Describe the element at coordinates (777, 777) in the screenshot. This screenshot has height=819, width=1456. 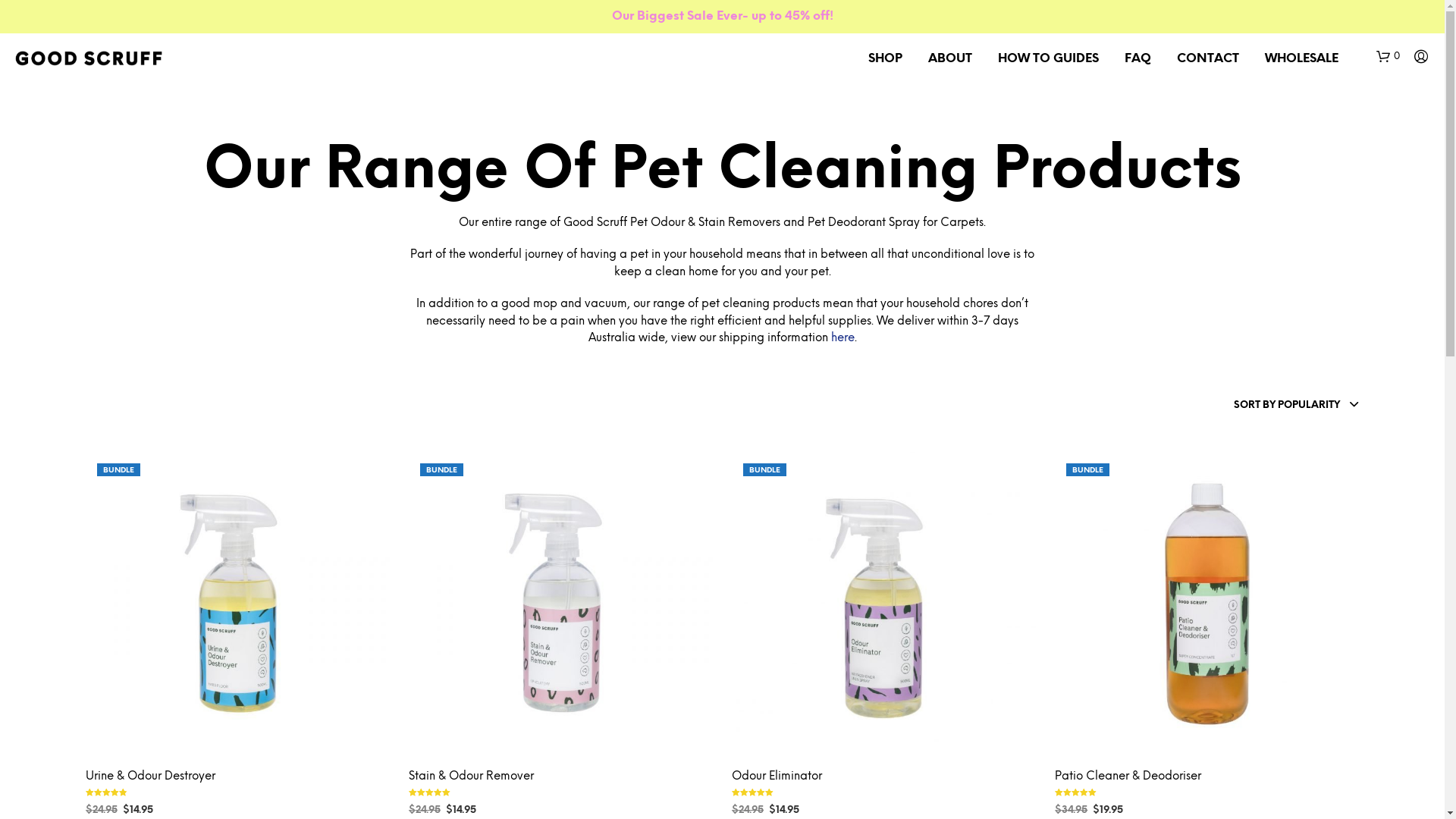
I see `'Odour Eliminator'` at that location.